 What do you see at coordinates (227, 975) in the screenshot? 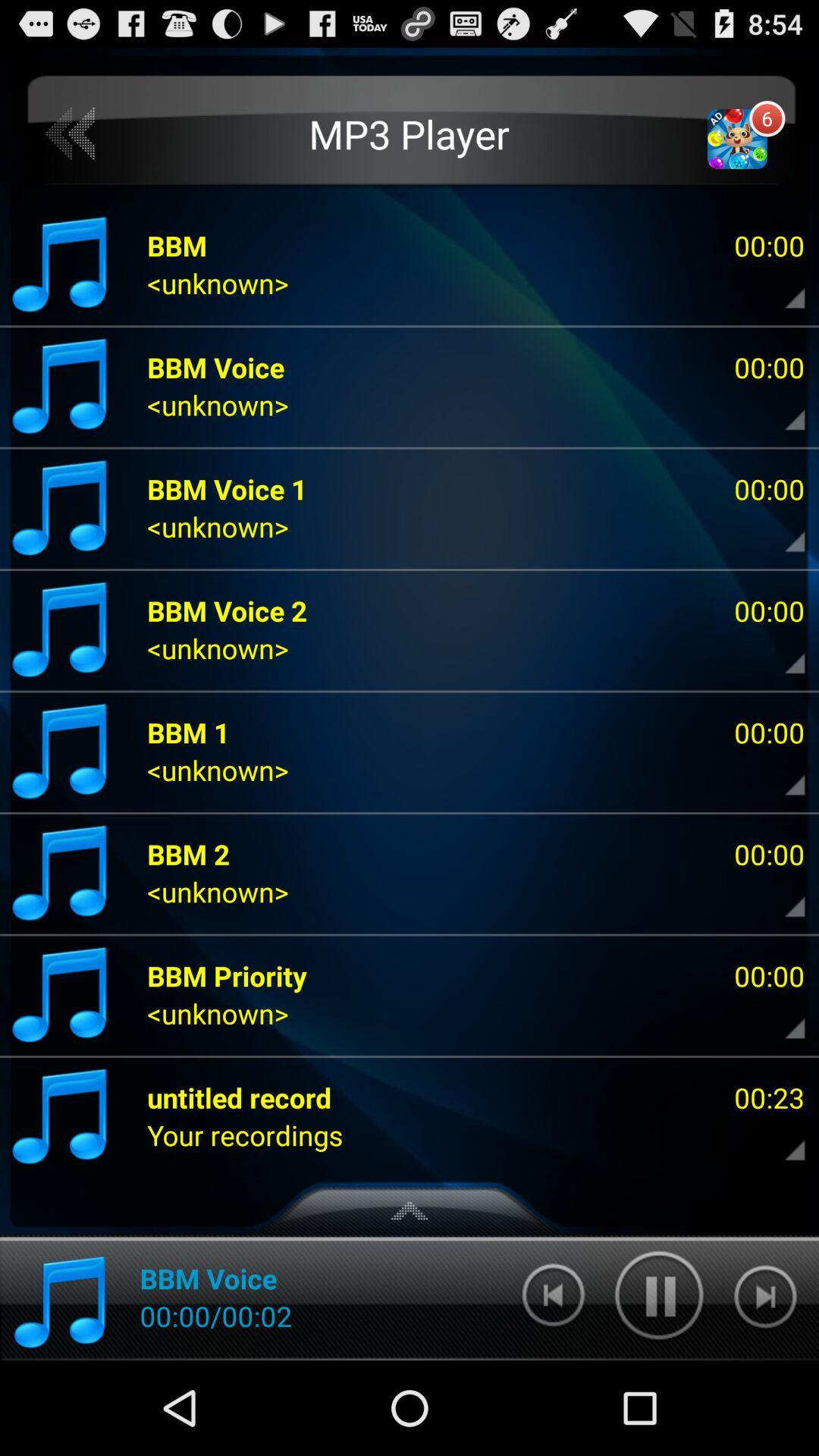
I see `icon above the <unknown> item` at bounding box center [227, 975].